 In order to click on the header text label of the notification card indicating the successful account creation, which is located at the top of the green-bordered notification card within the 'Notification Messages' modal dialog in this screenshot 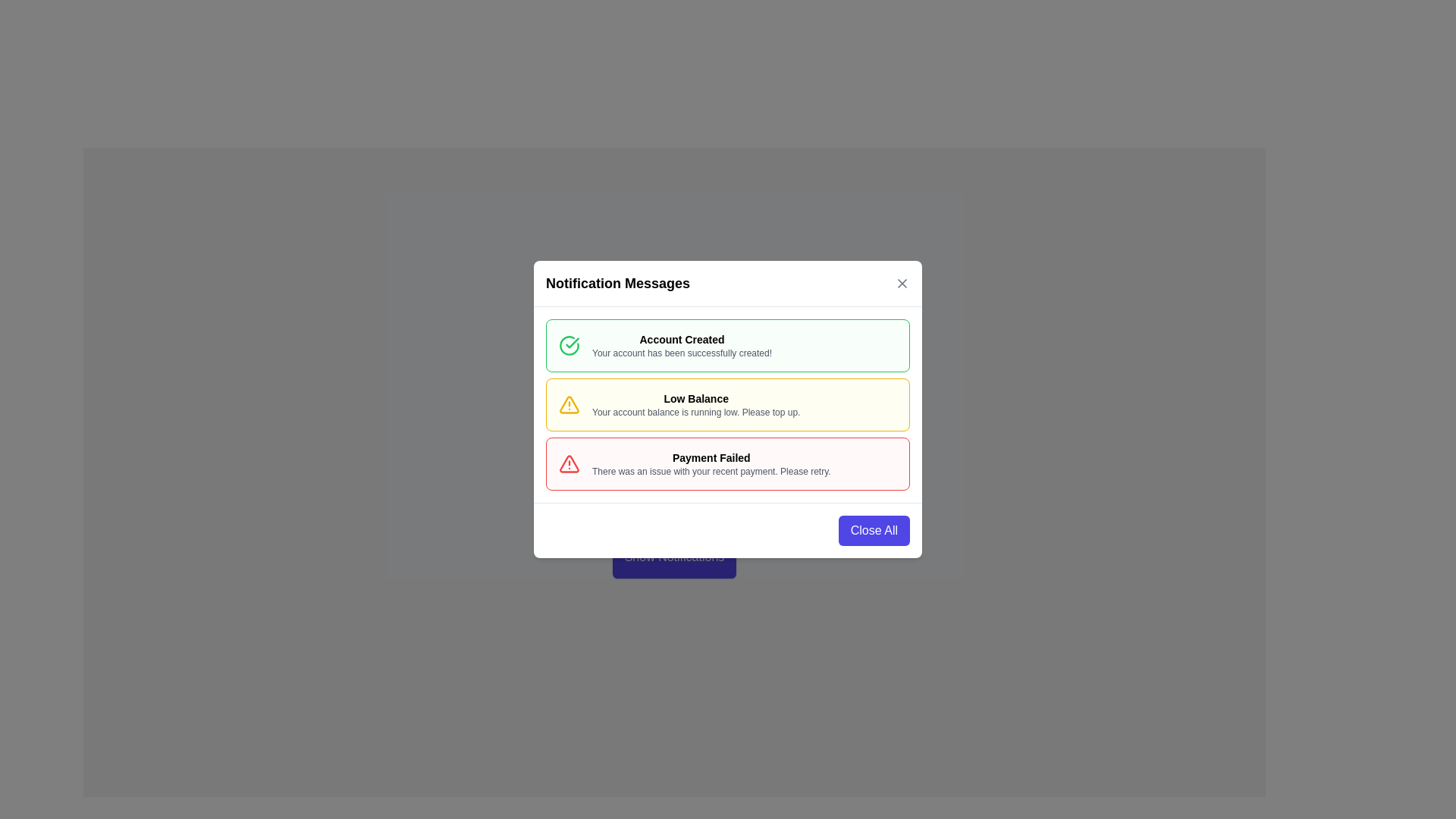, I will do `click(681, 338)`.